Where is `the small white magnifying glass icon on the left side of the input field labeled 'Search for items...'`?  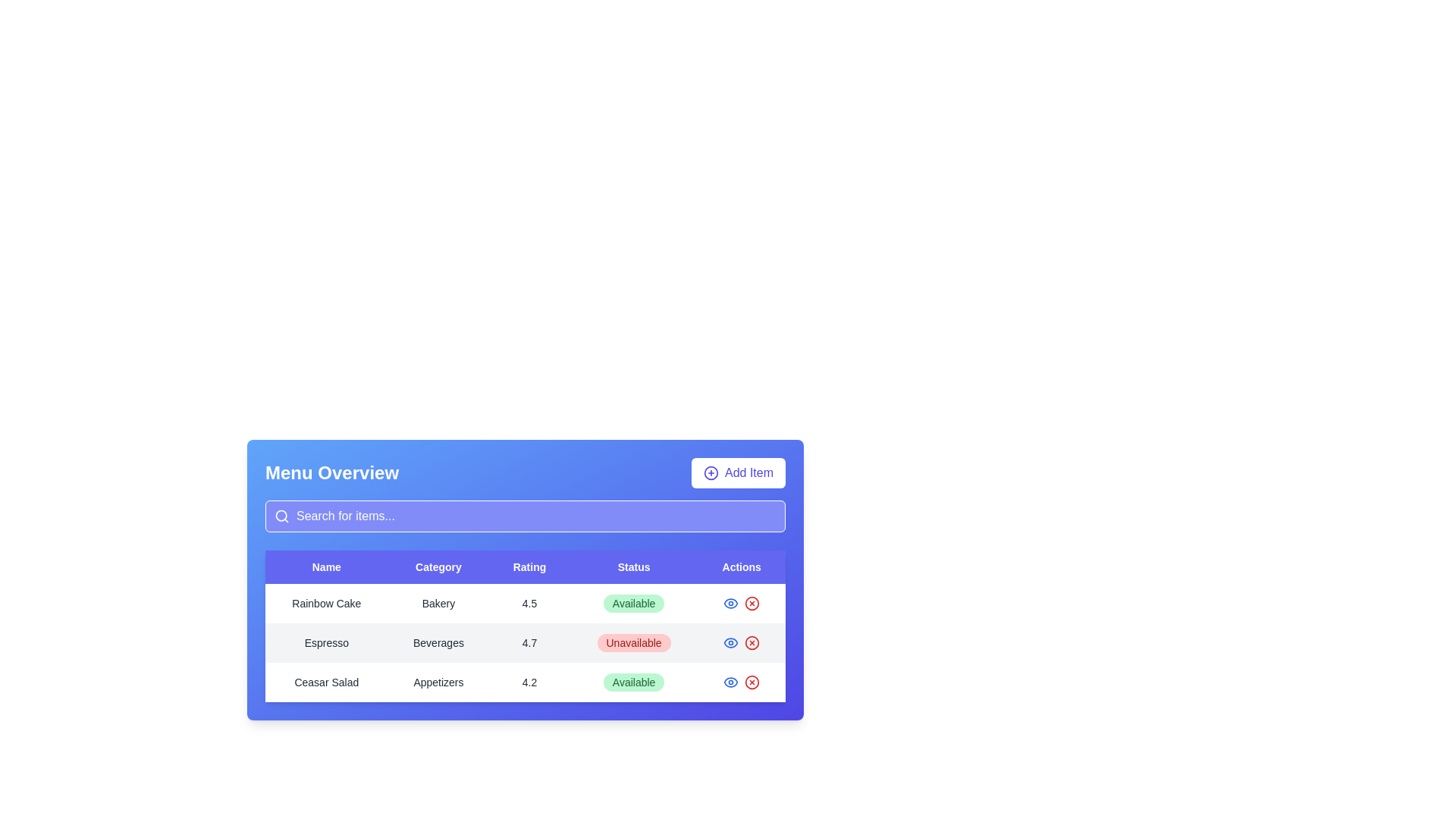 the small white magnifying glass icon on the left side of the input field labeled 'Search for items...' is located at coordinates (277, 516).